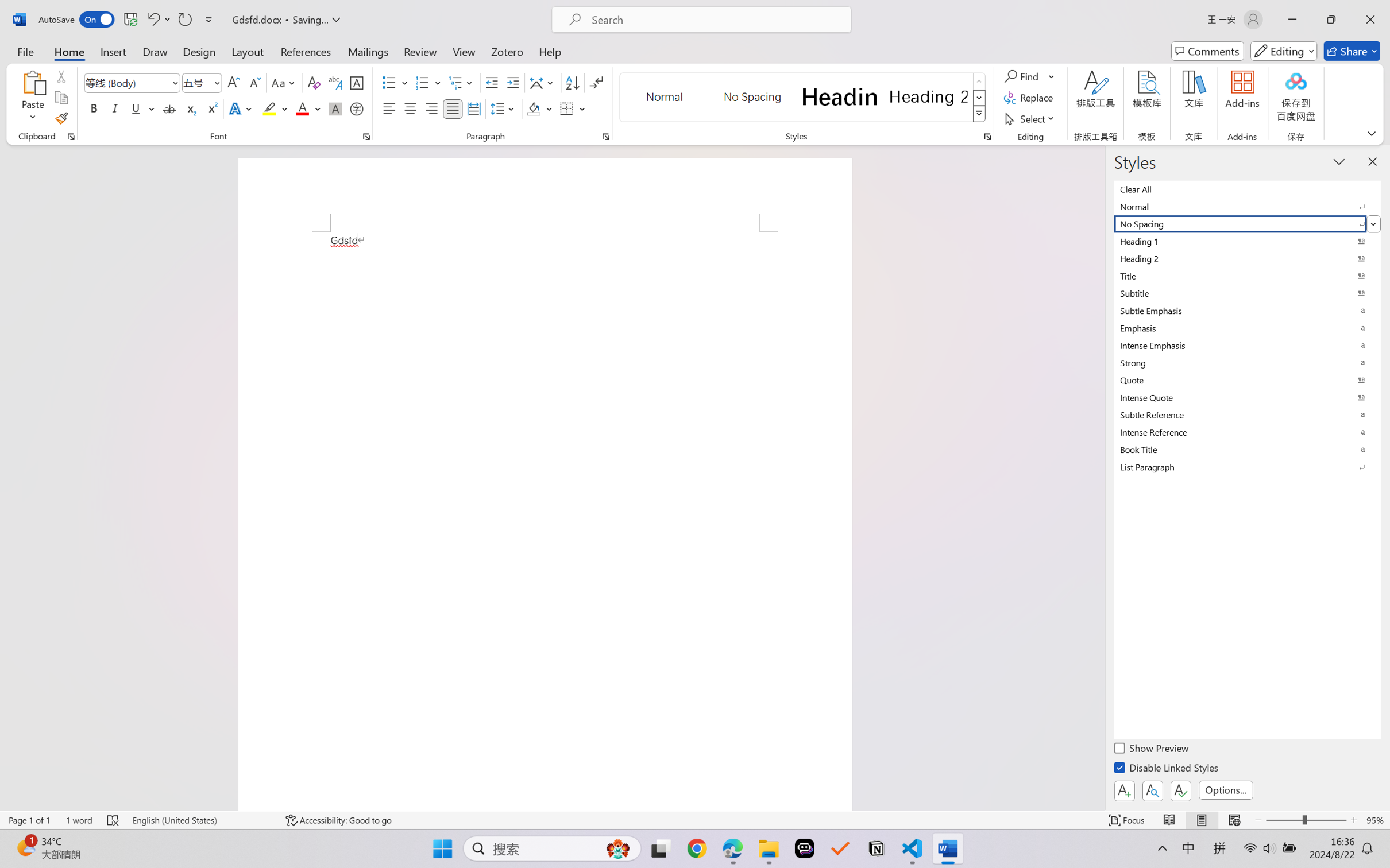 This screenshot has width=1390, height=868. What do you see at coordinates (1029, 98) in the screenshot?
I see `'Replace...'` at bounding box center [1029, 98].